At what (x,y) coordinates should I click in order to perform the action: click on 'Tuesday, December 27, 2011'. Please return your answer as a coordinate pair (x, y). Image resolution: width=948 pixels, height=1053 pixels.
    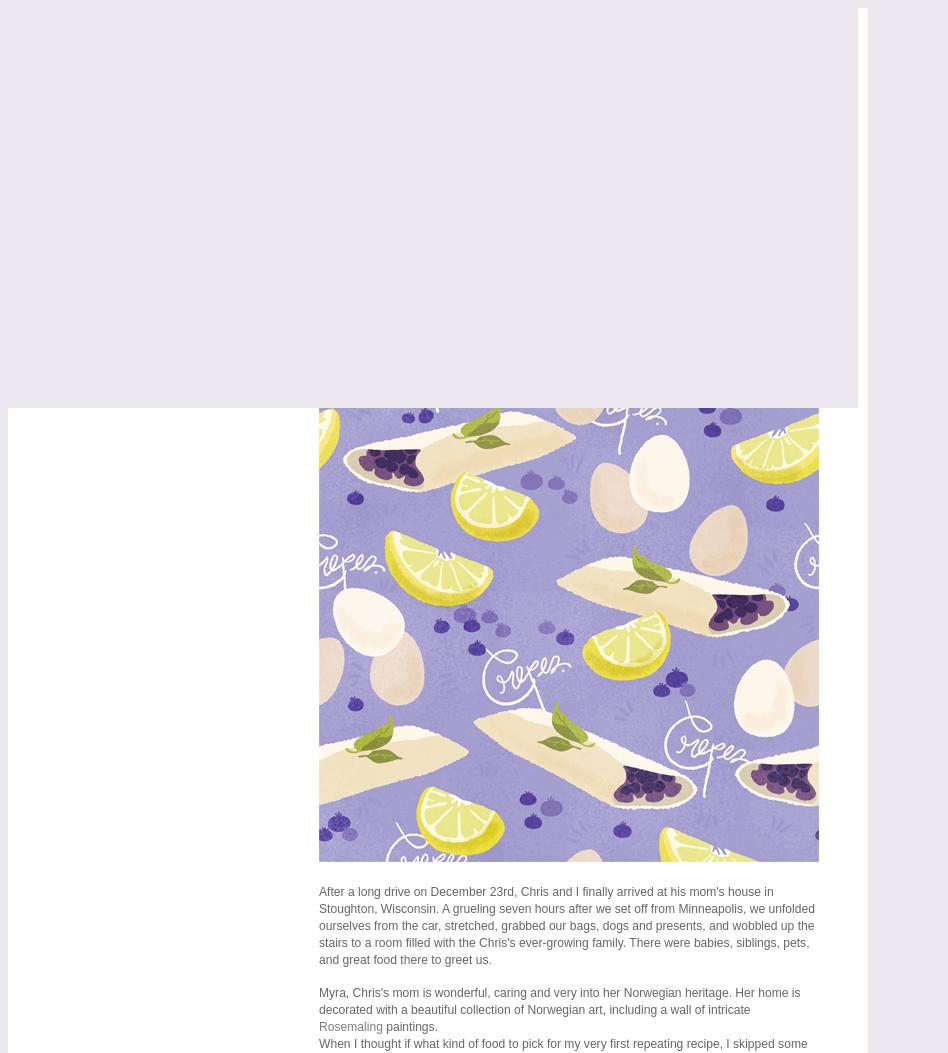
    Looking at the image, I should click on (435, 312).